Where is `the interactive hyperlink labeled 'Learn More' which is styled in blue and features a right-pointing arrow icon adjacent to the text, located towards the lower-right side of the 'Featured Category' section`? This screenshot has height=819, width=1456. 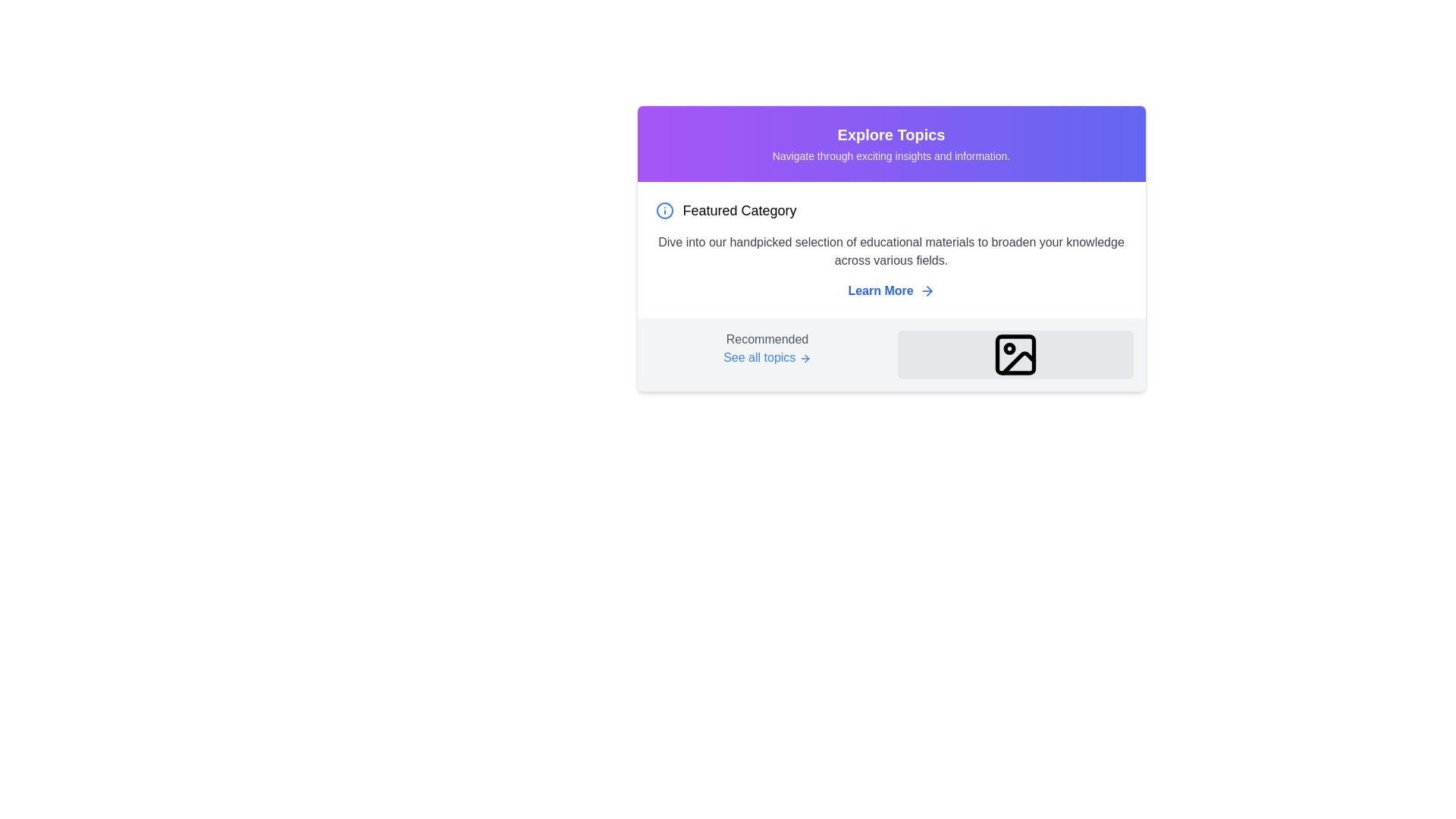
the interactive hyperlink labeled 'Learn More' which is styled in blue and features a right-pointing arrow icon adjacent to the text, located towards the lower-right side of the 'Featured Category' section is located at coordinates (891, 291).